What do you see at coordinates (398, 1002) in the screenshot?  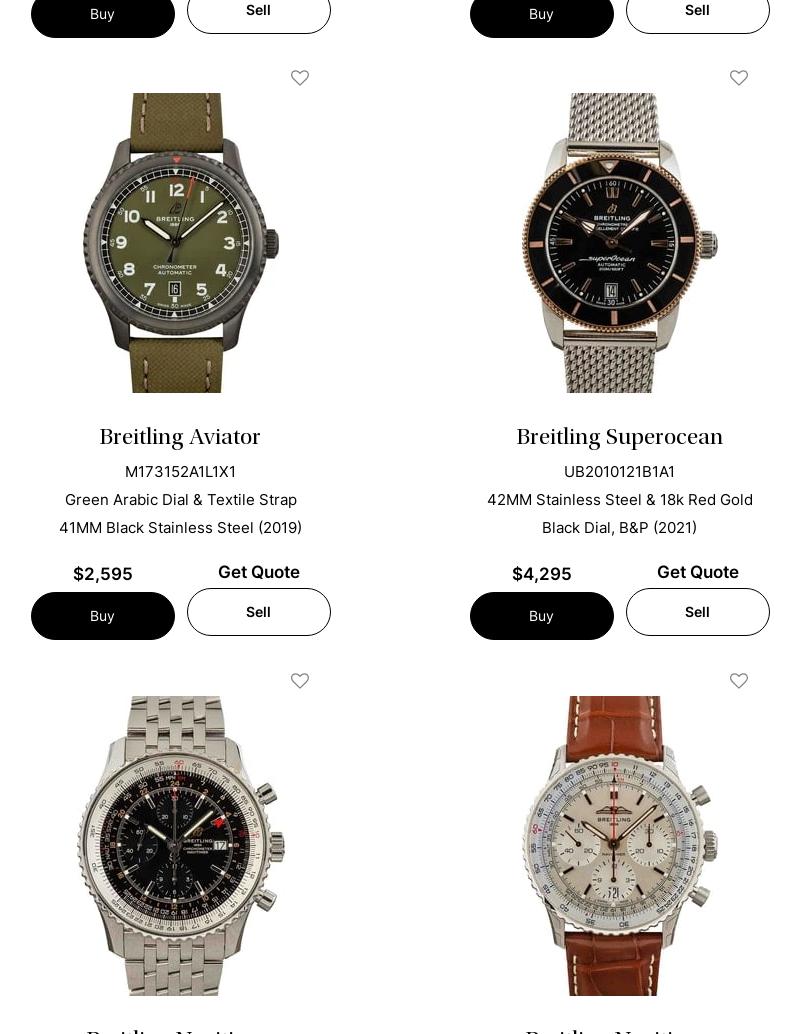 I see `'Timeless Style Delivered To Your Inbox'` at bounding box center [398, 1002].